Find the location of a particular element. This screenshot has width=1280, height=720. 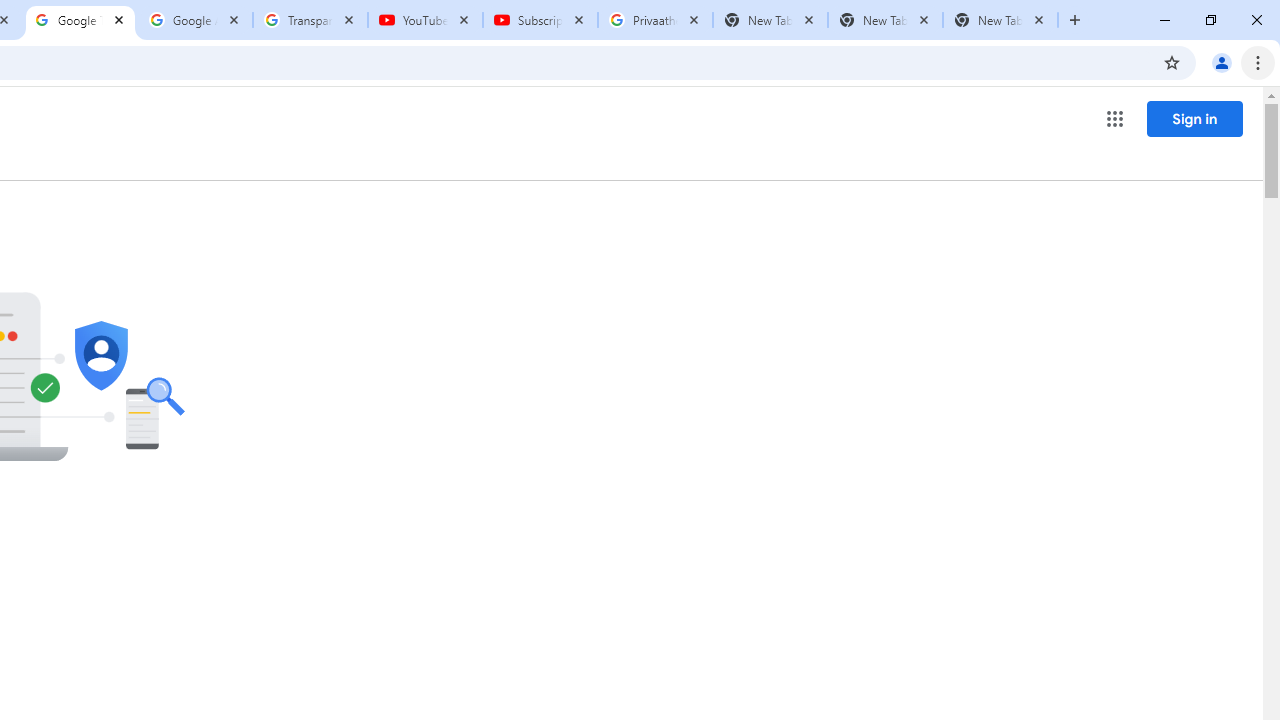

'Subscriptions - YouTube' is located at coordinates (540, 20).